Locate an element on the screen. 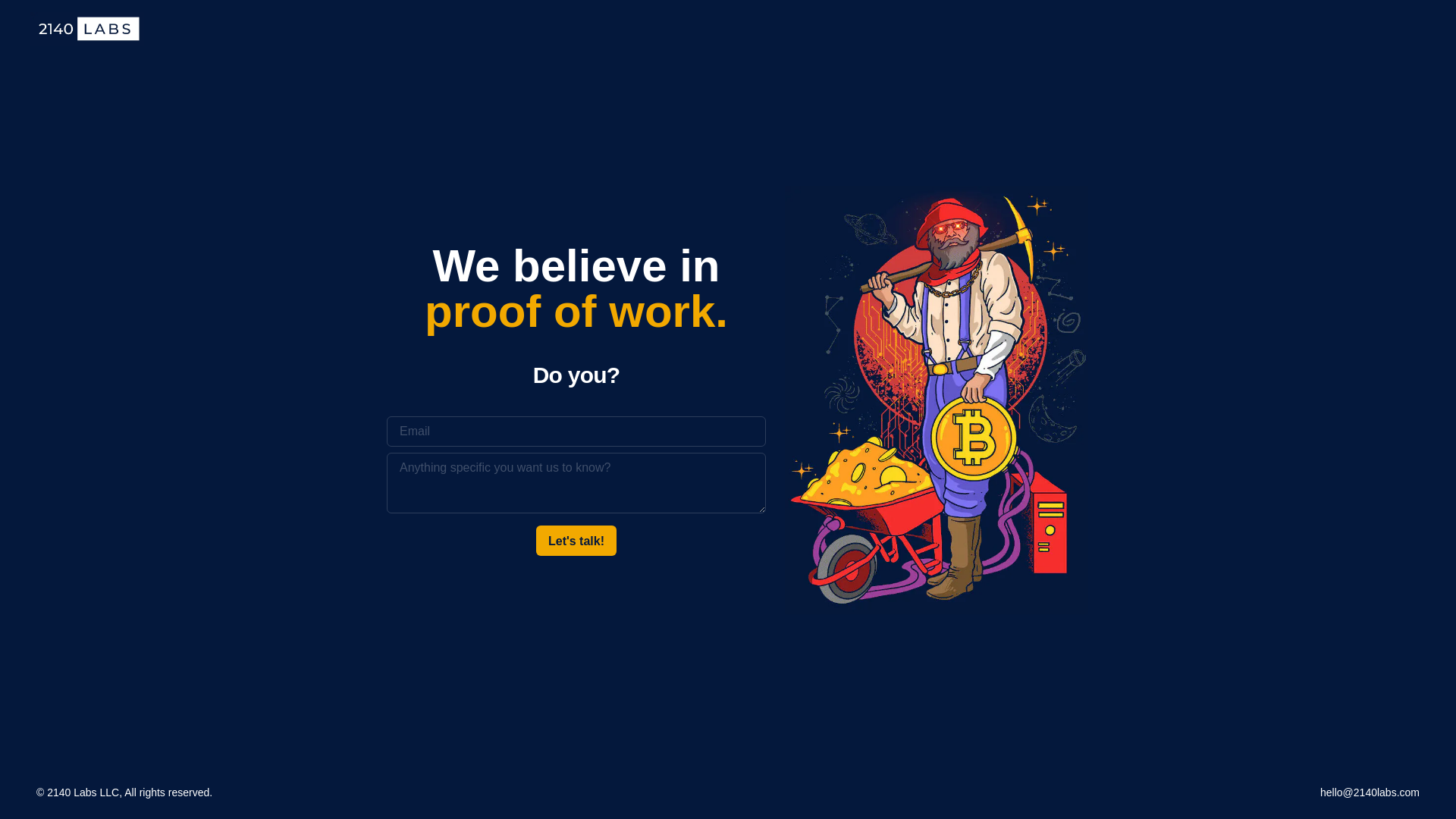 Image resolution: width=1456 pixels, height=819 pixels. 'Let's talk!' is located at coordinates (575, 540).